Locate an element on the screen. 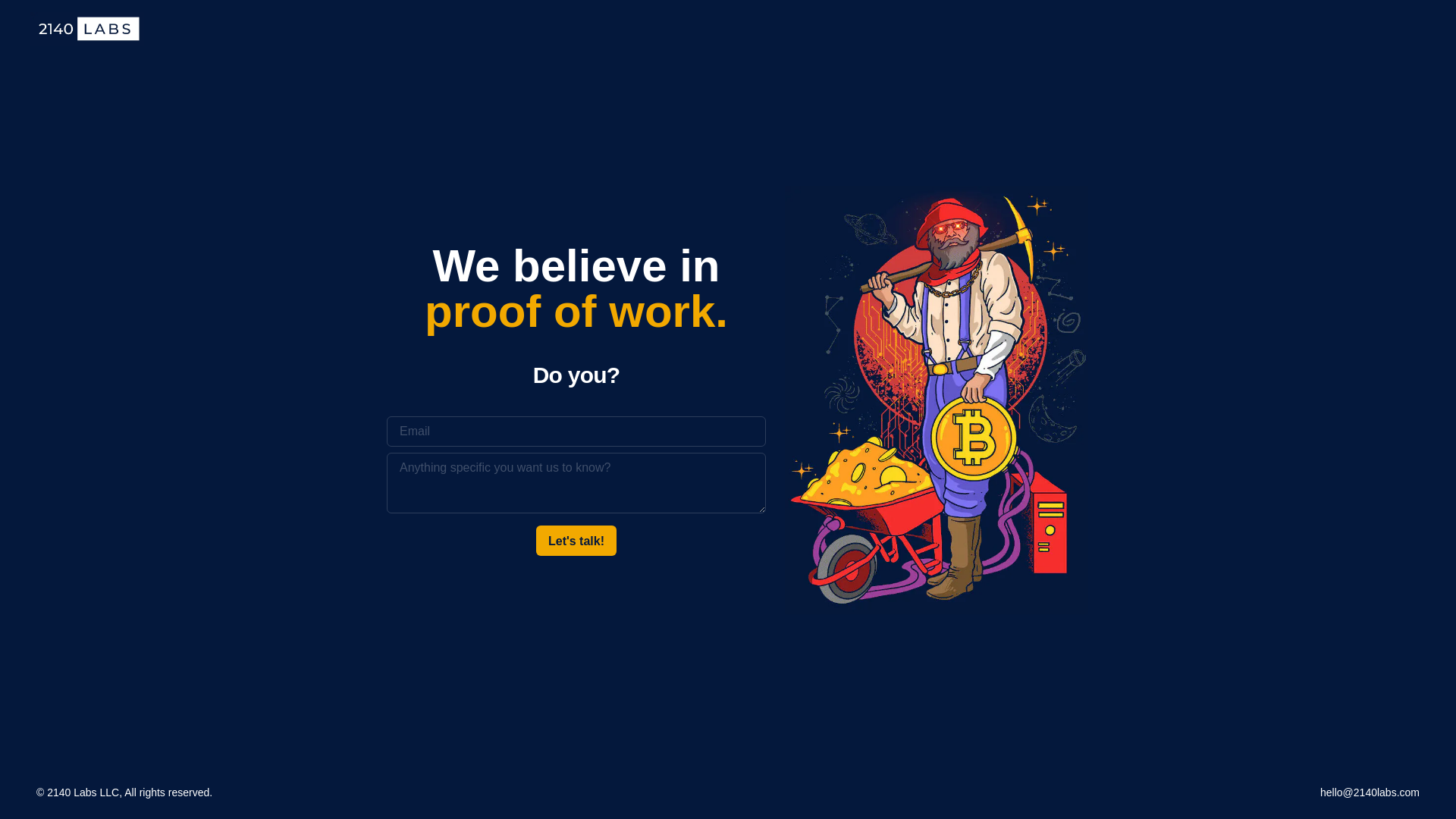 Image resolution: width=1456 pixels, height=819 pixels. 'Let's talk!' is located at coordinates (575, 540).